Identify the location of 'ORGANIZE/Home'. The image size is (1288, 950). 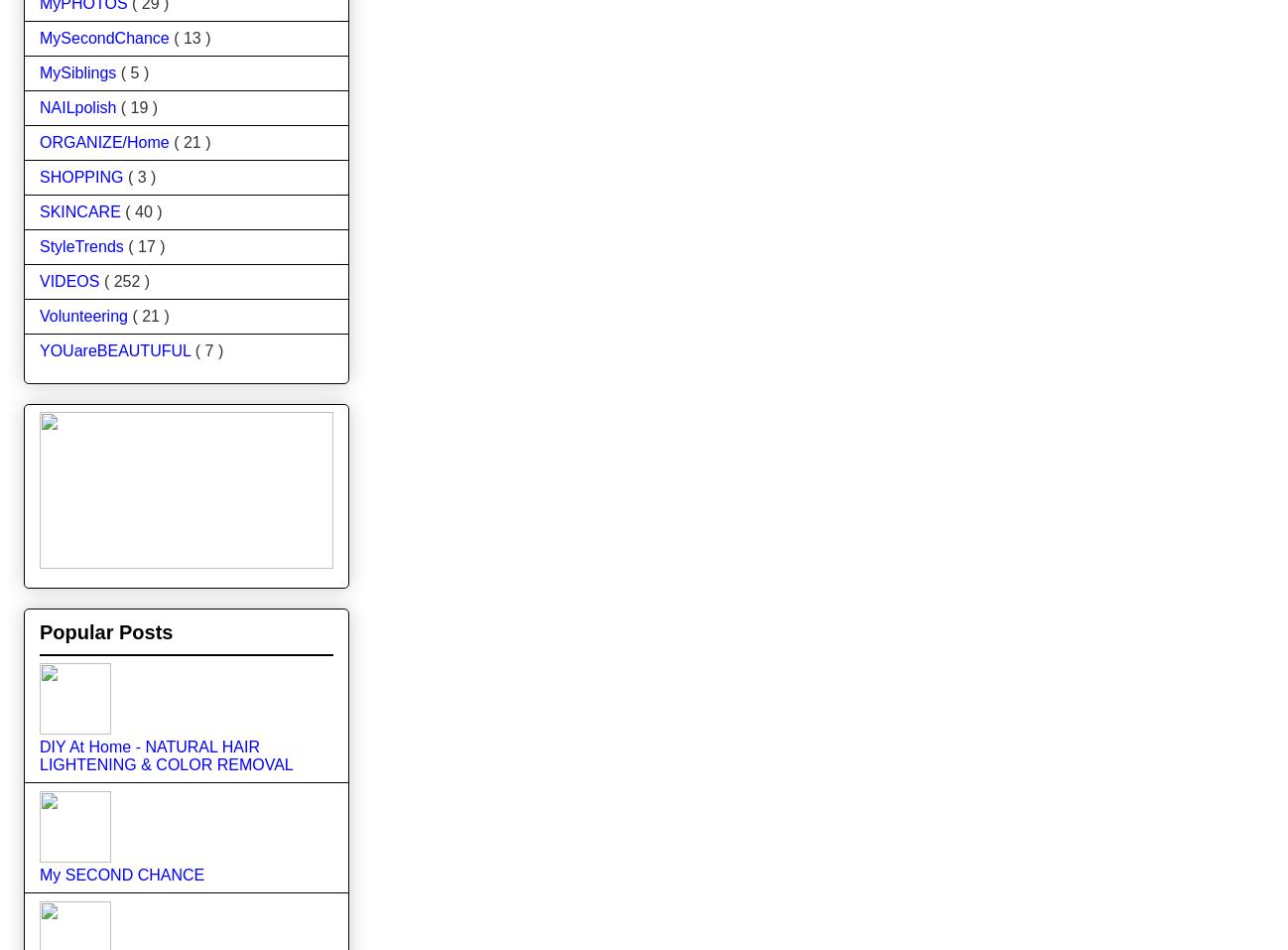
(106, 141).